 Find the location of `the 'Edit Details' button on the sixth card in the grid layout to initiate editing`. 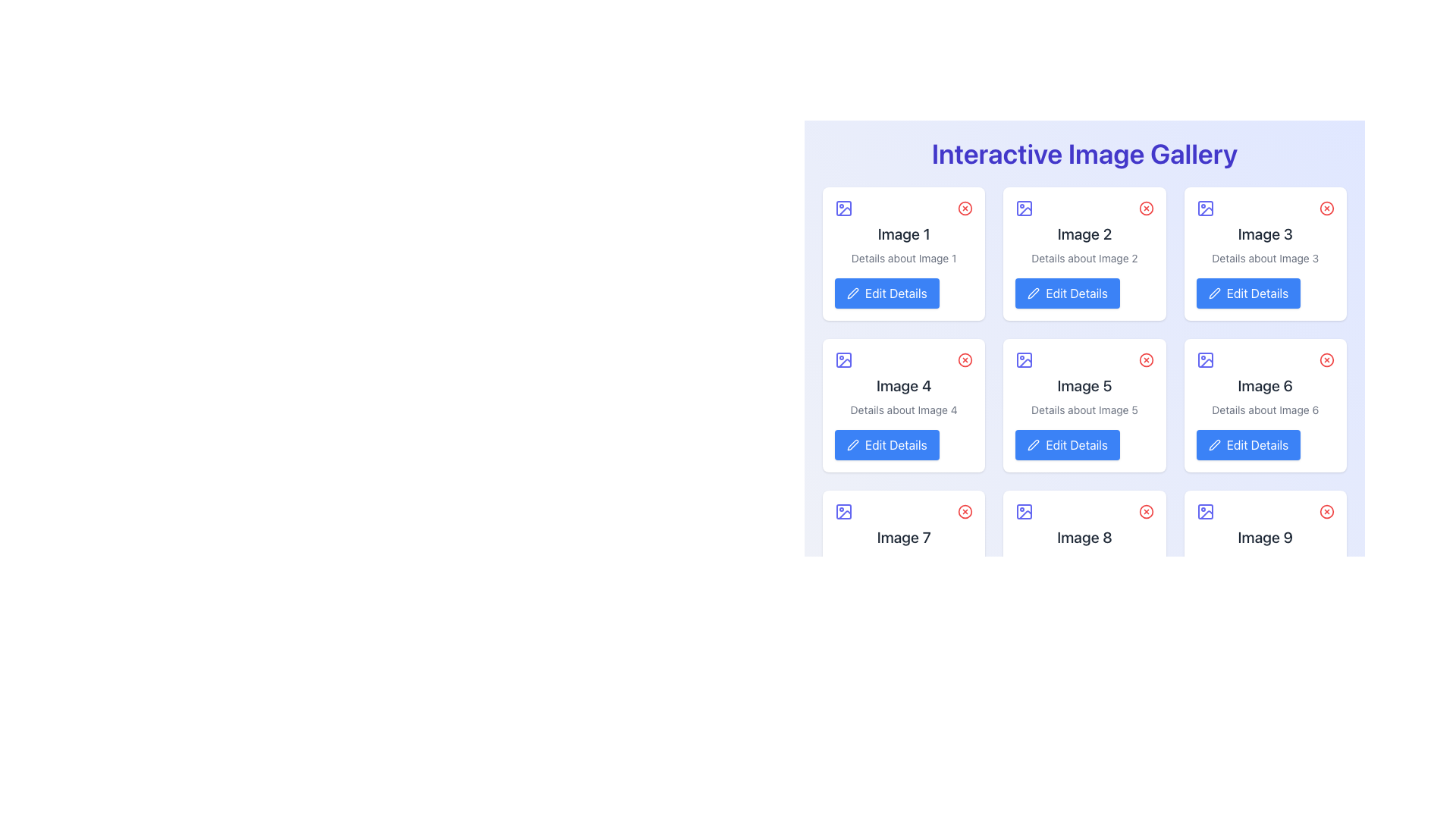

the 'Edit Details' button on the sixth card in the grid layout to initiate editing is located at coordinates (1265, 405).